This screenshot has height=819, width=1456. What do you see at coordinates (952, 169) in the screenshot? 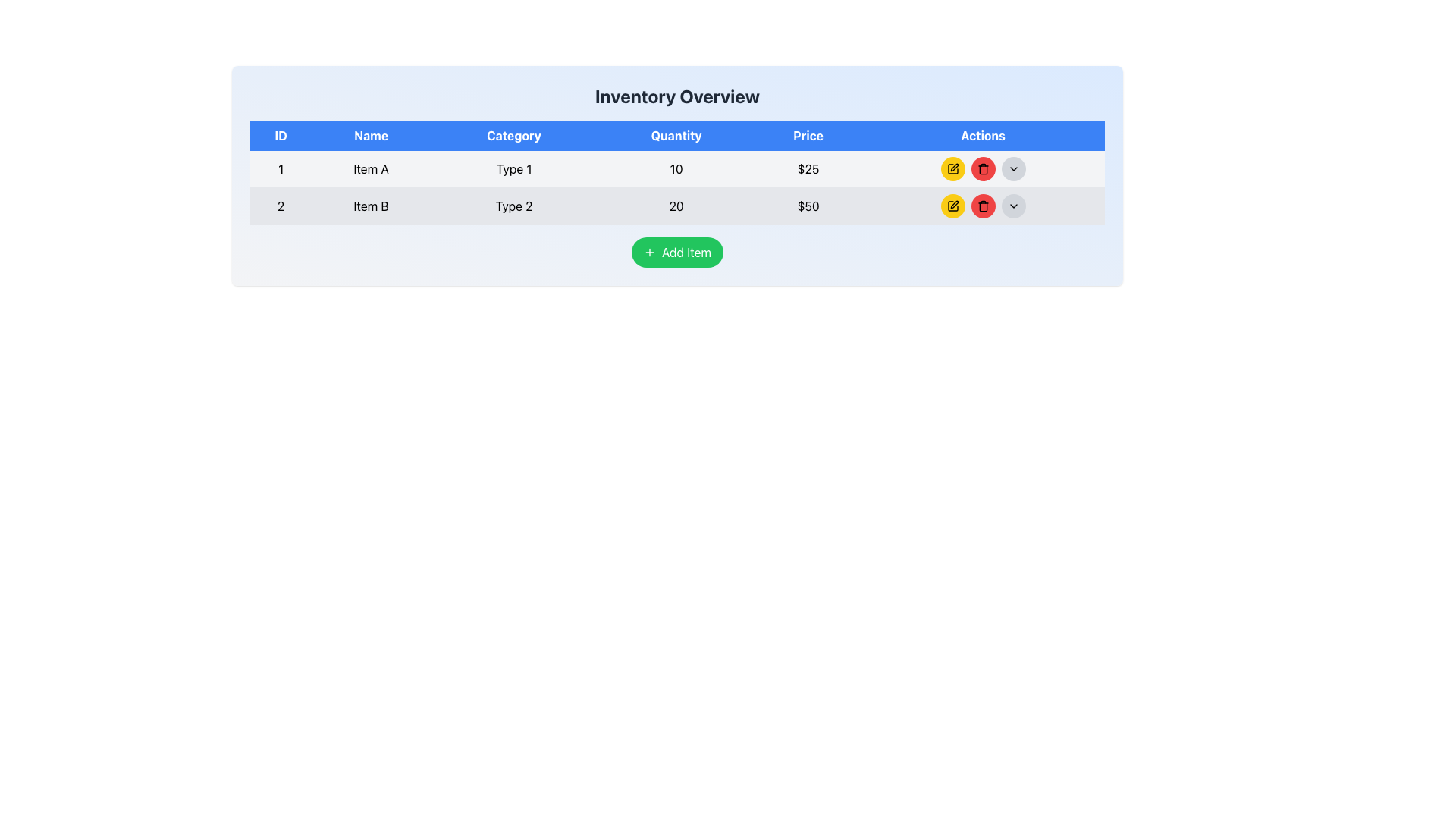
I see `the edit button located at the first position in the actions section of the first data row in the table` at bounding box center [952, 169].